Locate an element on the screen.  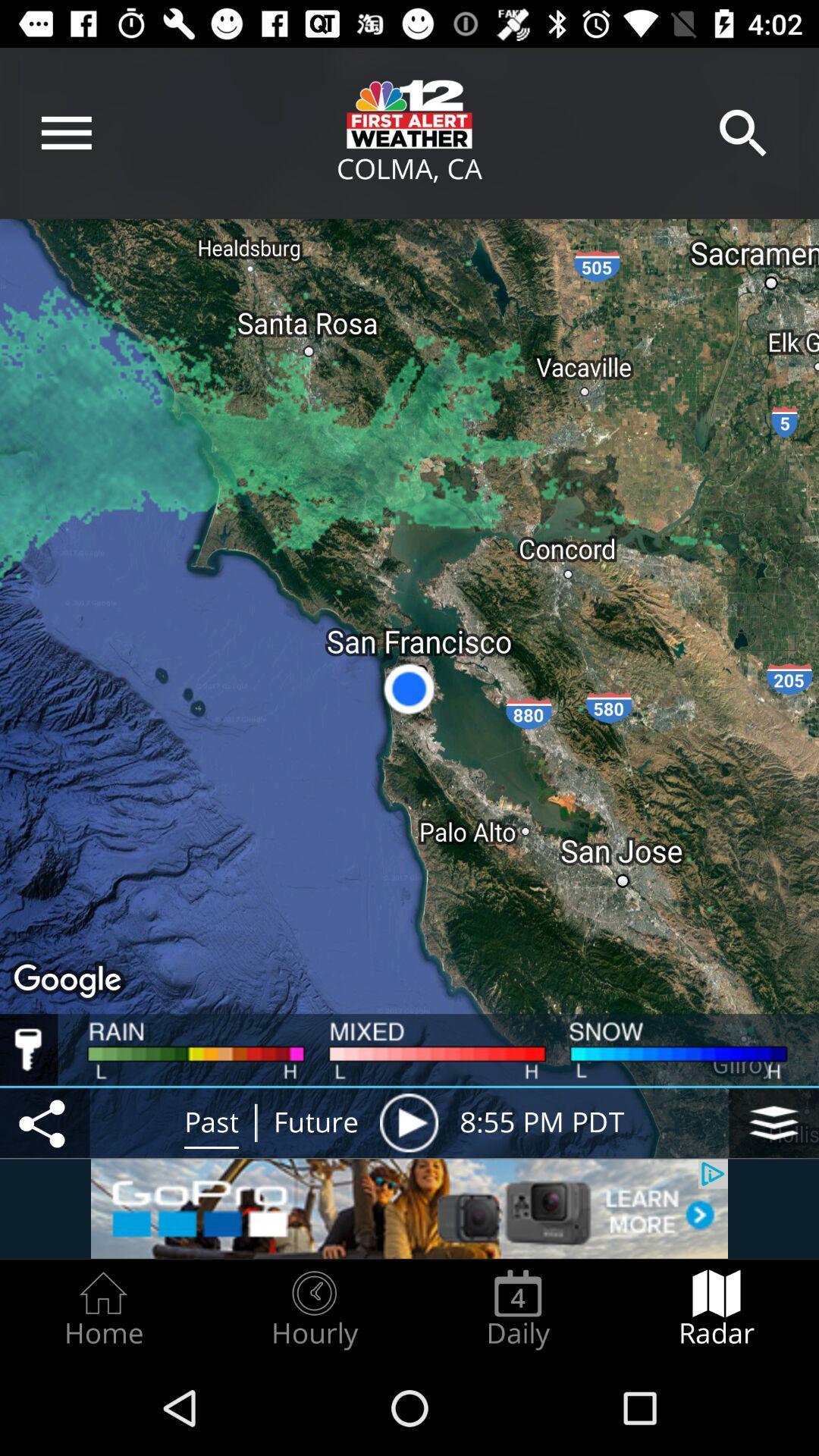
the layers icon is located at coordinates (773, 1122).